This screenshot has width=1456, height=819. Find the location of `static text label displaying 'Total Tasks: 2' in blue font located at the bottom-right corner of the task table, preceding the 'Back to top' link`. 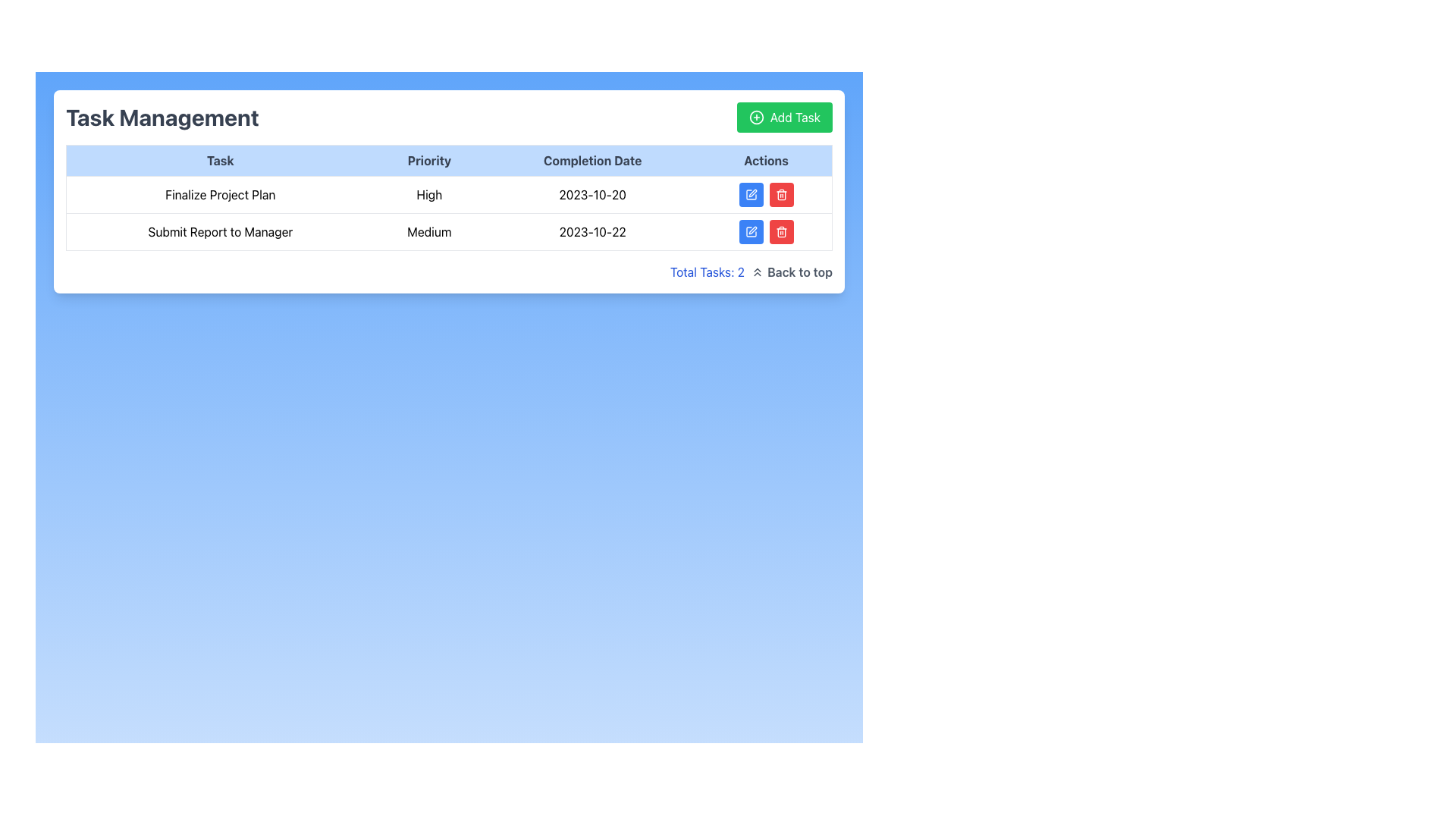

static text label displaying 'Total Tasks: 2' in blue font located at the bottom-right corner of the task table, preceding the 'Back to top' link is located at coordinates (706, 271).